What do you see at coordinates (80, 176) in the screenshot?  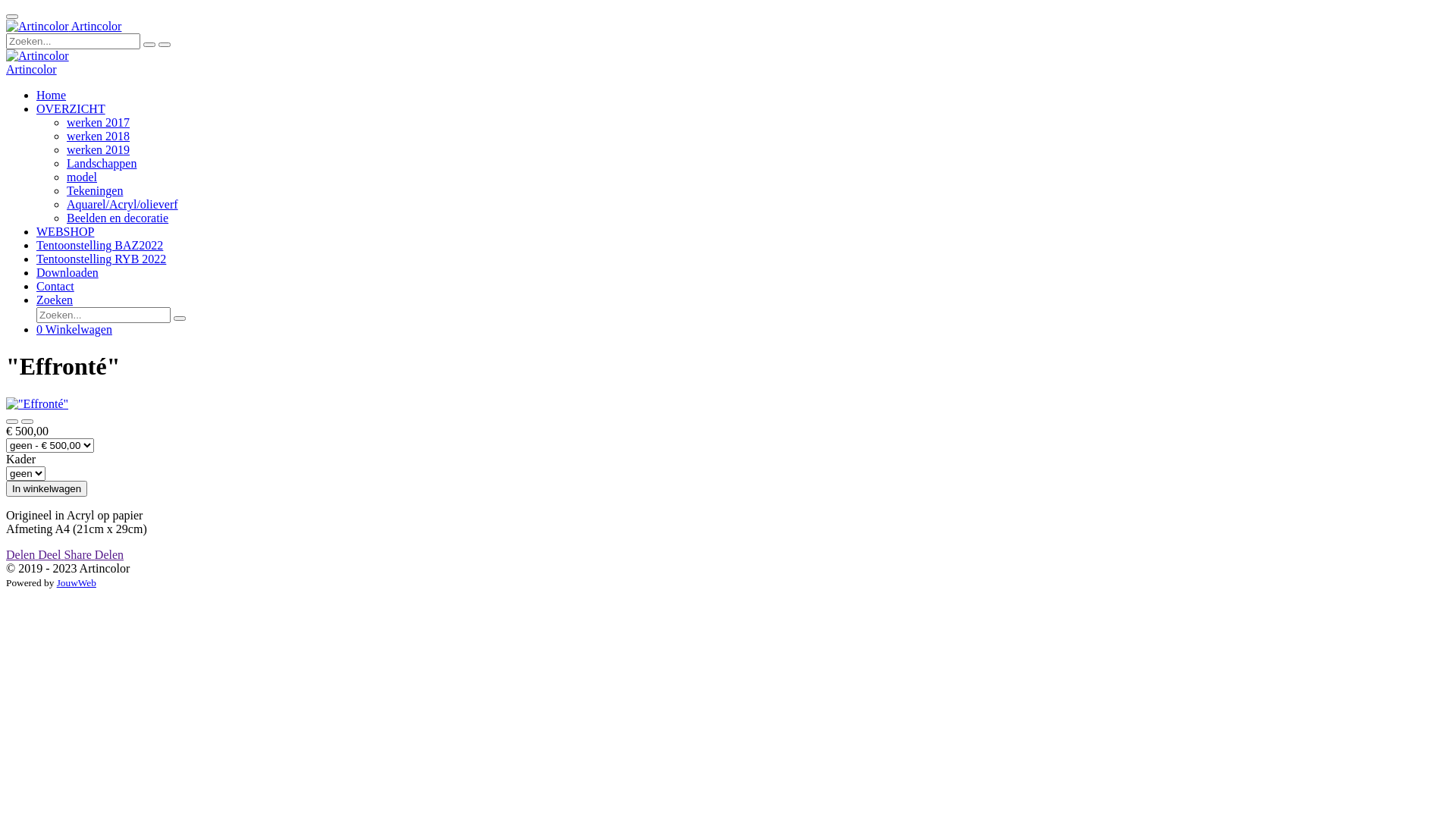 I see `'model'` at bounding box center [80, 176].